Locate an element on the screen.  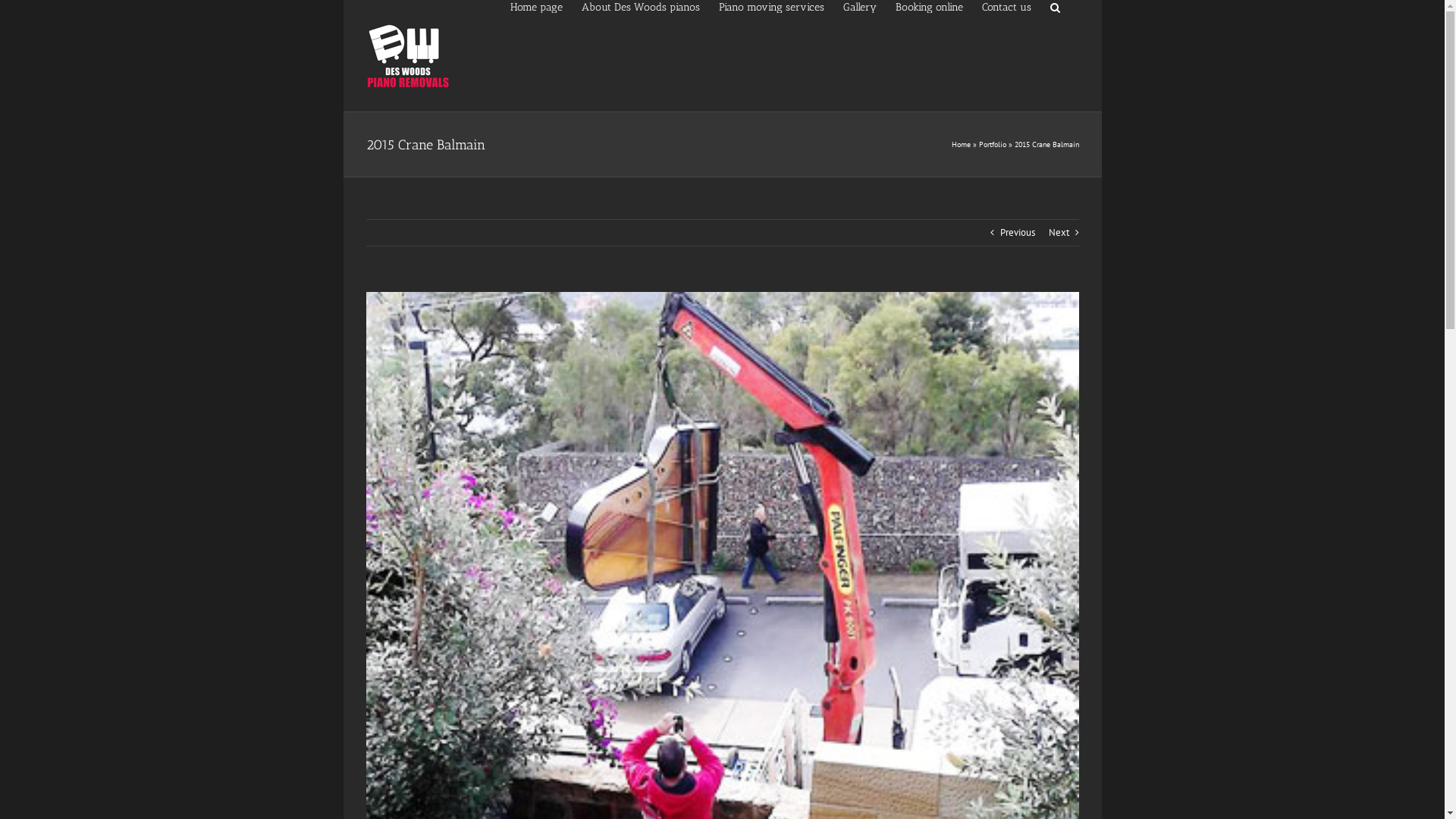
'Home page' is located at coordinates (535, 6).